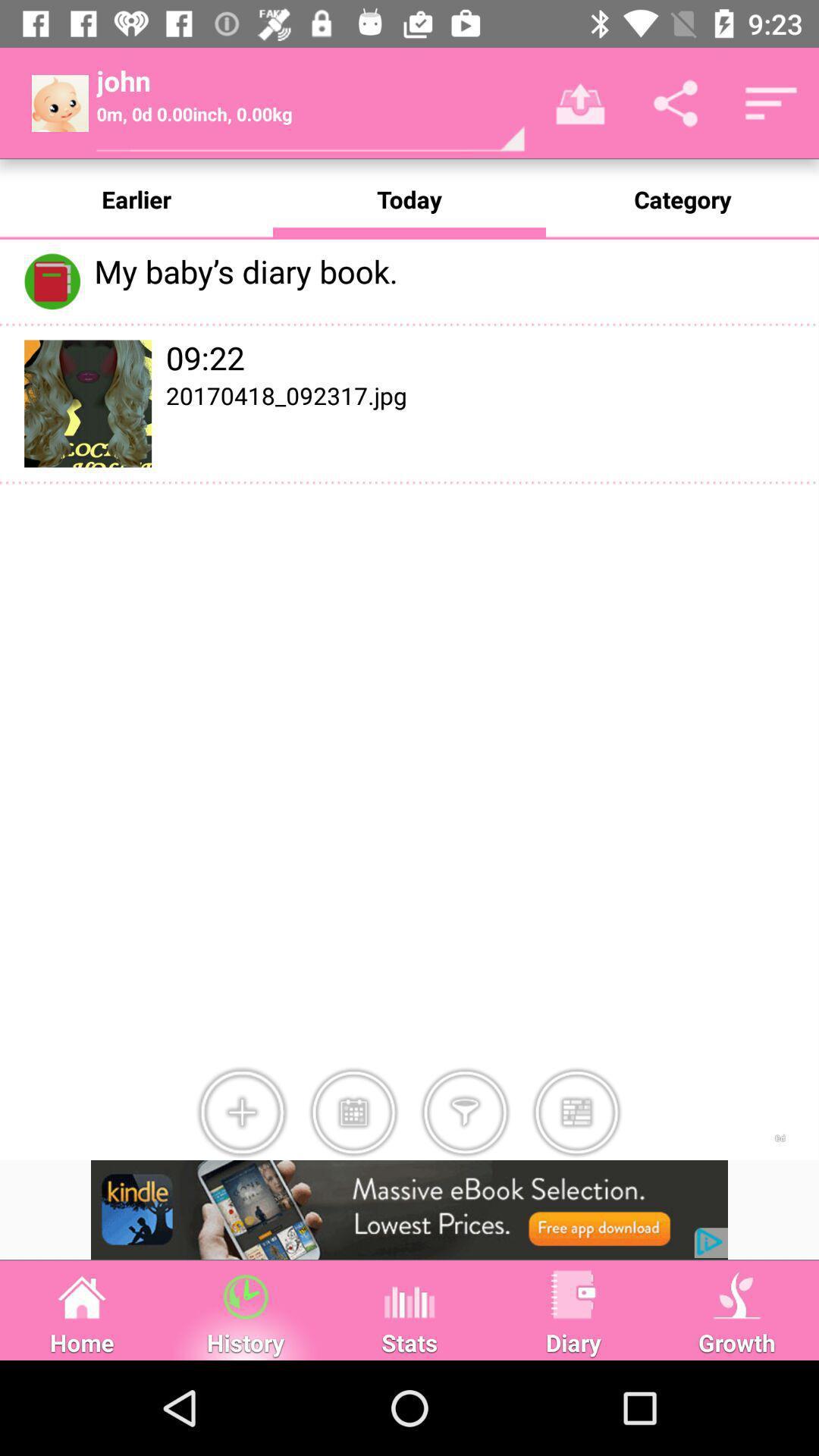 This screenshot has height=1456, width=819. I want to click on image, so click(241, 1112).